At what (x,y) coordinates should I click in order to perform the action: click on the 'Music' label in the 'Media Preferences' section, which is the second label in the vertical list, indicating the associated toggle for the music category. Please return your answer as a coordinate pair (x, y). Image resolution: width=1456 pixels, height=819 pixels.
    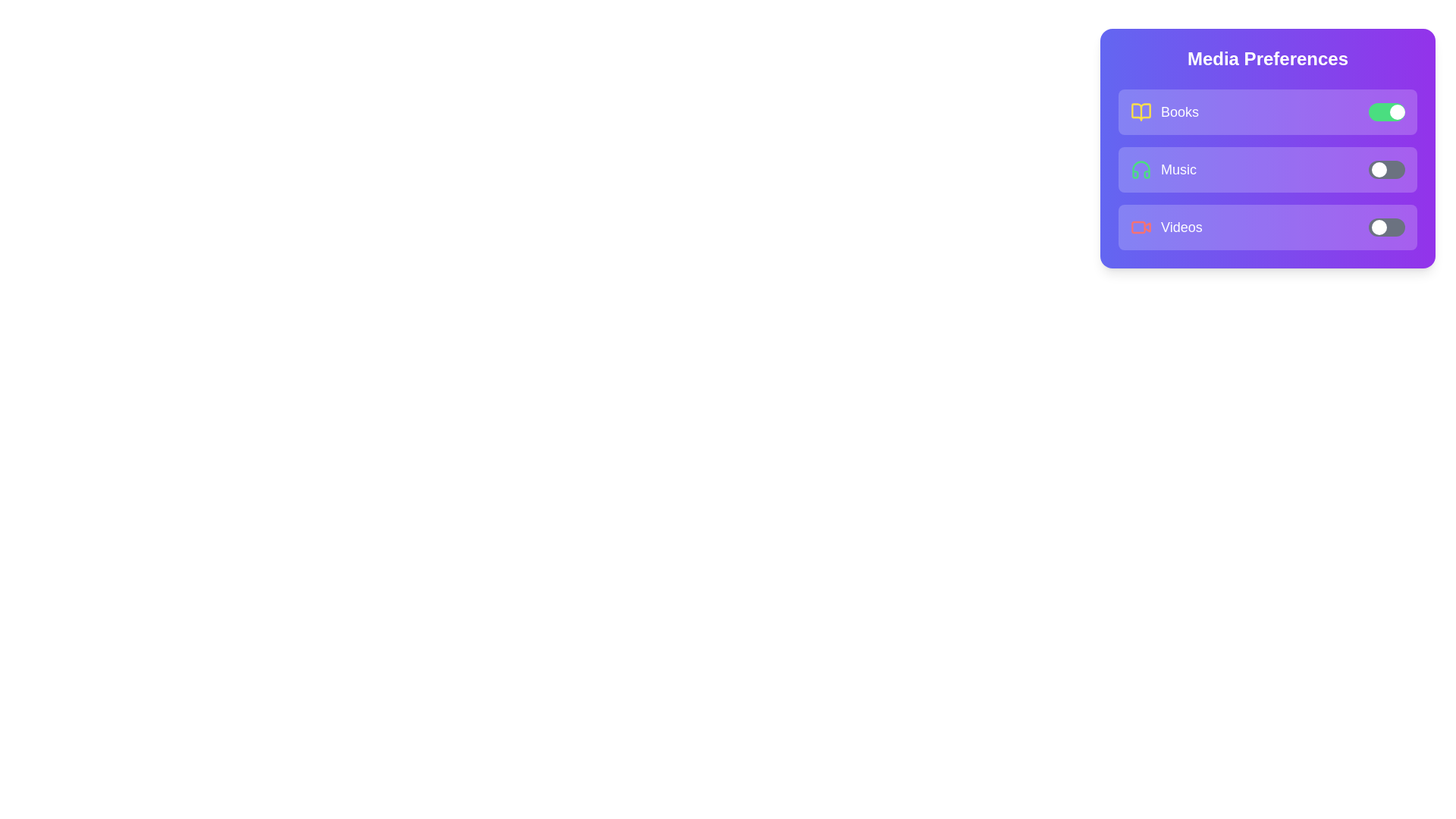
    Looking at the image, I should click on (1178, 169).